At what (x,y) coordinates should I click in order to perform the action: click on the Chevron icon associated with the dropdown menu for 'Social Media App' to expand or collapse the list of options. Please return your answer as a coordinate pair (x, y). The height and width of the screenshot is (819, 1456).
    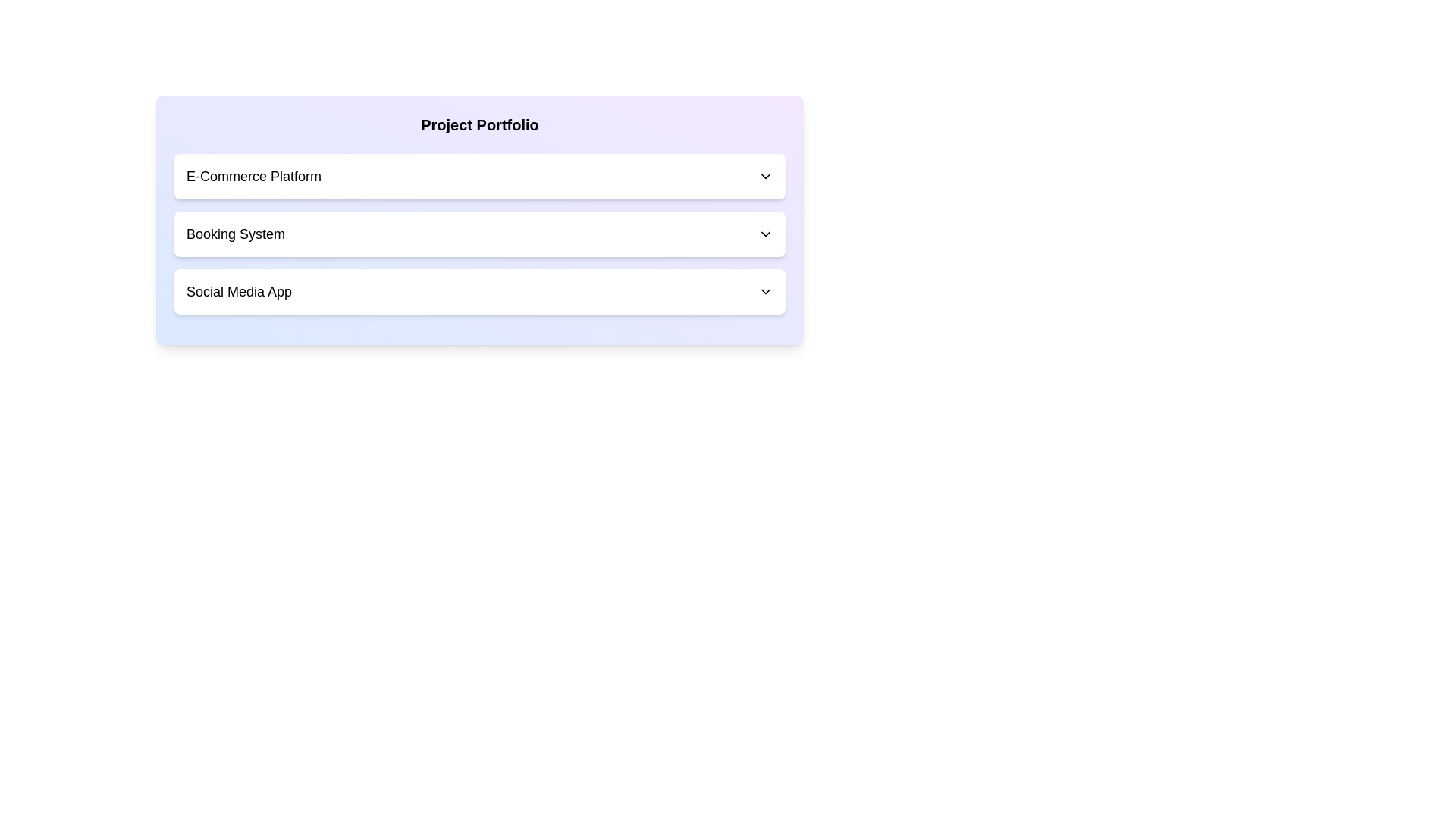
    Looking at the image, I should click on (765, 292).